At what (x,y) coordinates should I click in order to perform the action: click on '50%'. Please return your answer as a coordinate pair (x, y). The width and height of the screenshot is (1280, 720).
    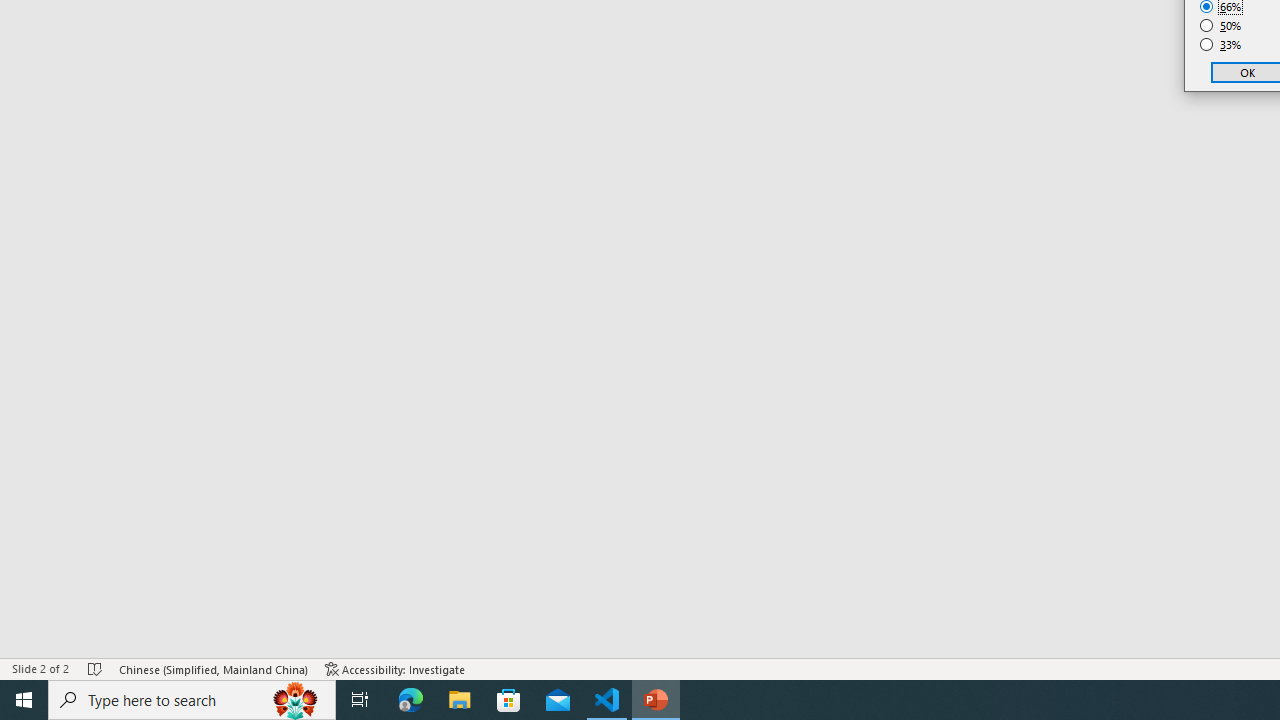
    Looking at the image, I should click on (1220, 25).